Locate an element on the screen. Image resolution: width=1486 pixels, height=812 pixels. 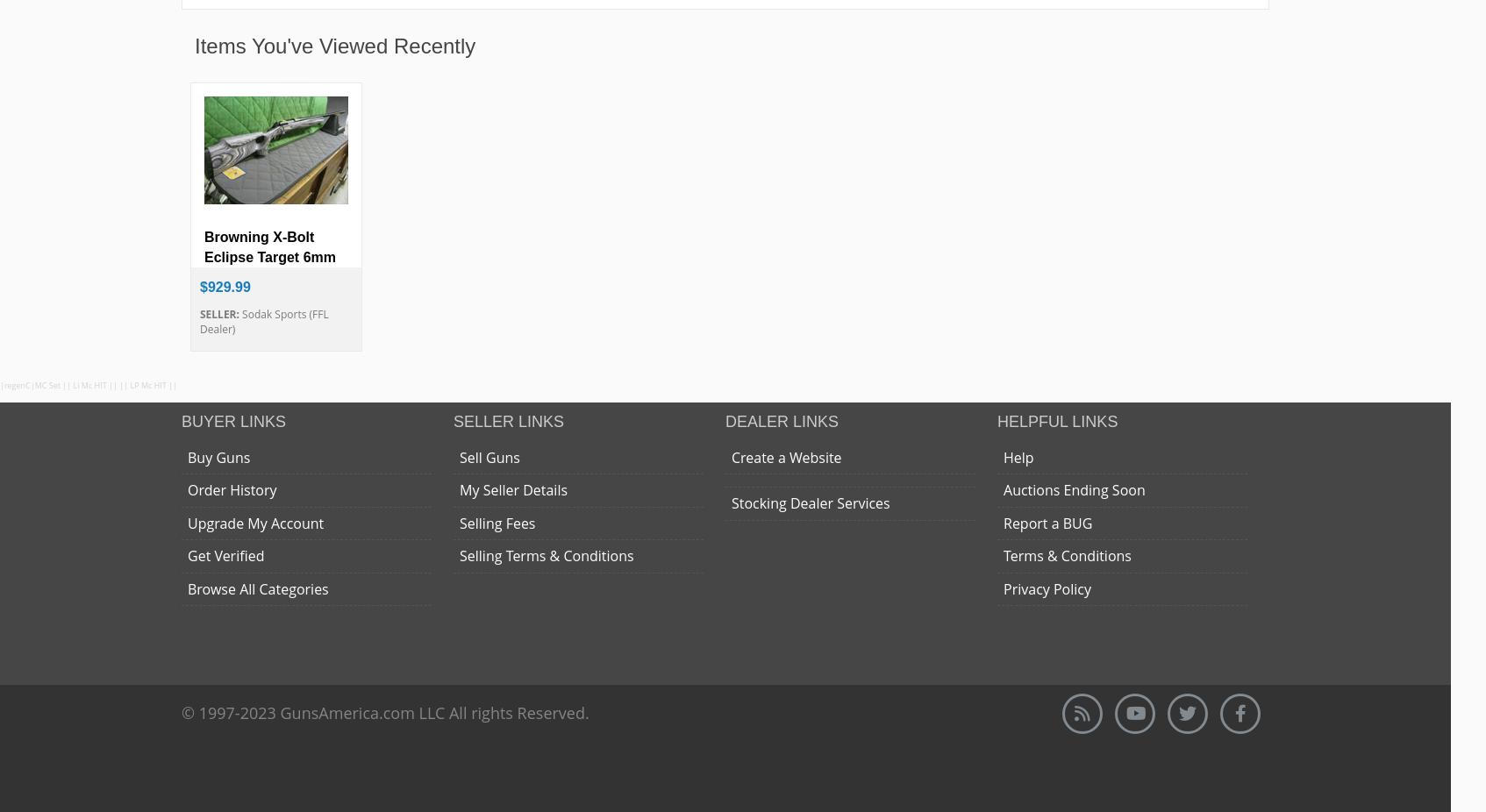
'Auctions Ending Soon' is located at coordinates (1002, 489).